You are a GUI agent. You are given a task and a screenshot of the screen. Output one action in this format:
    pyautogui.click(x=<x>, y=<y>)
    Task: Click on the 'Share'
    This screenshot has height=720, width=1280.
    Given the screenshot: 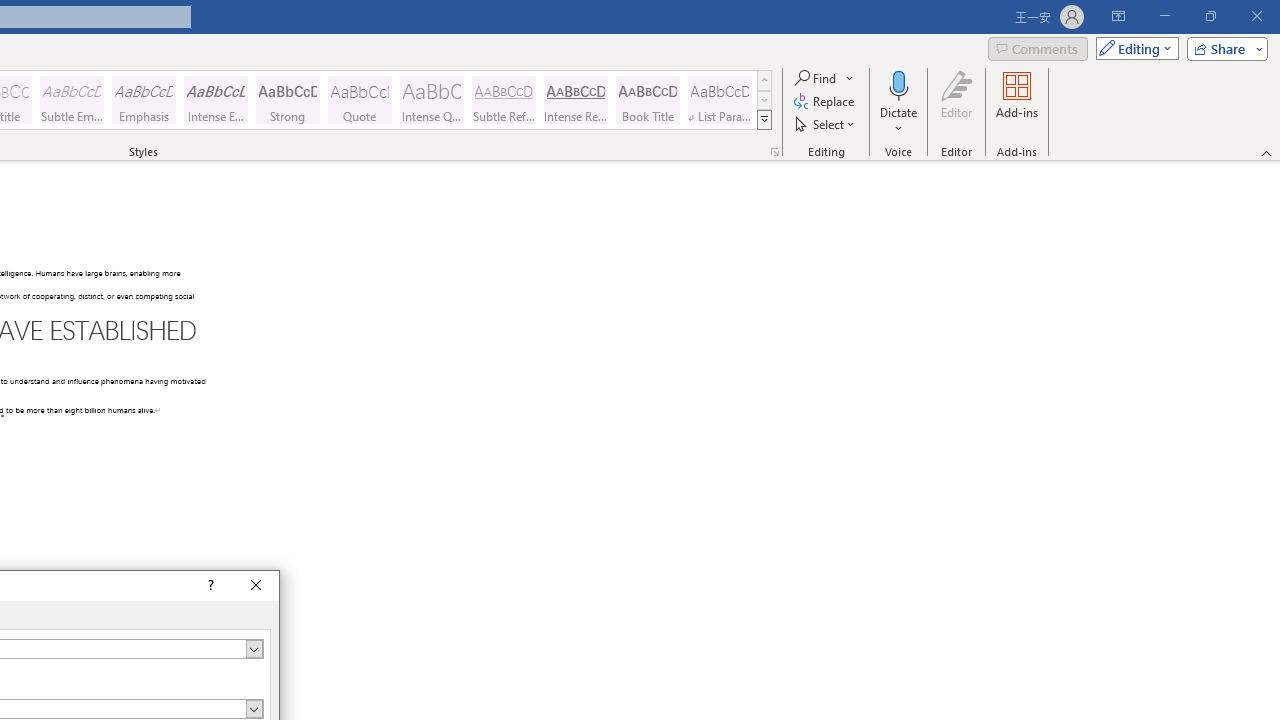 What is the action you would take?
    pyautogui.click(x=1222, y=47)
    